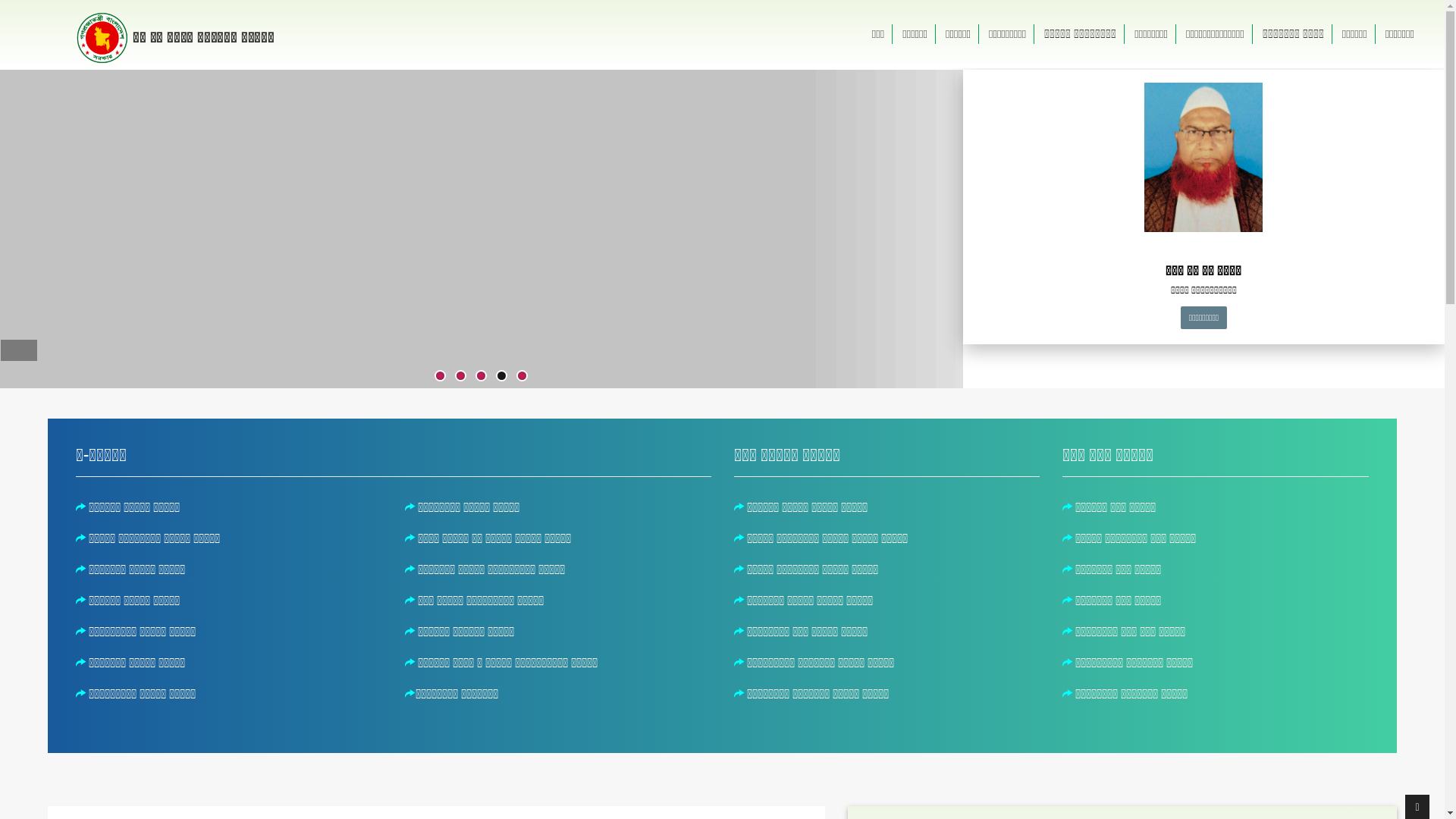  Describe the element at coordinates (480, 375) in the screenshot. I see `'3'` at that location.